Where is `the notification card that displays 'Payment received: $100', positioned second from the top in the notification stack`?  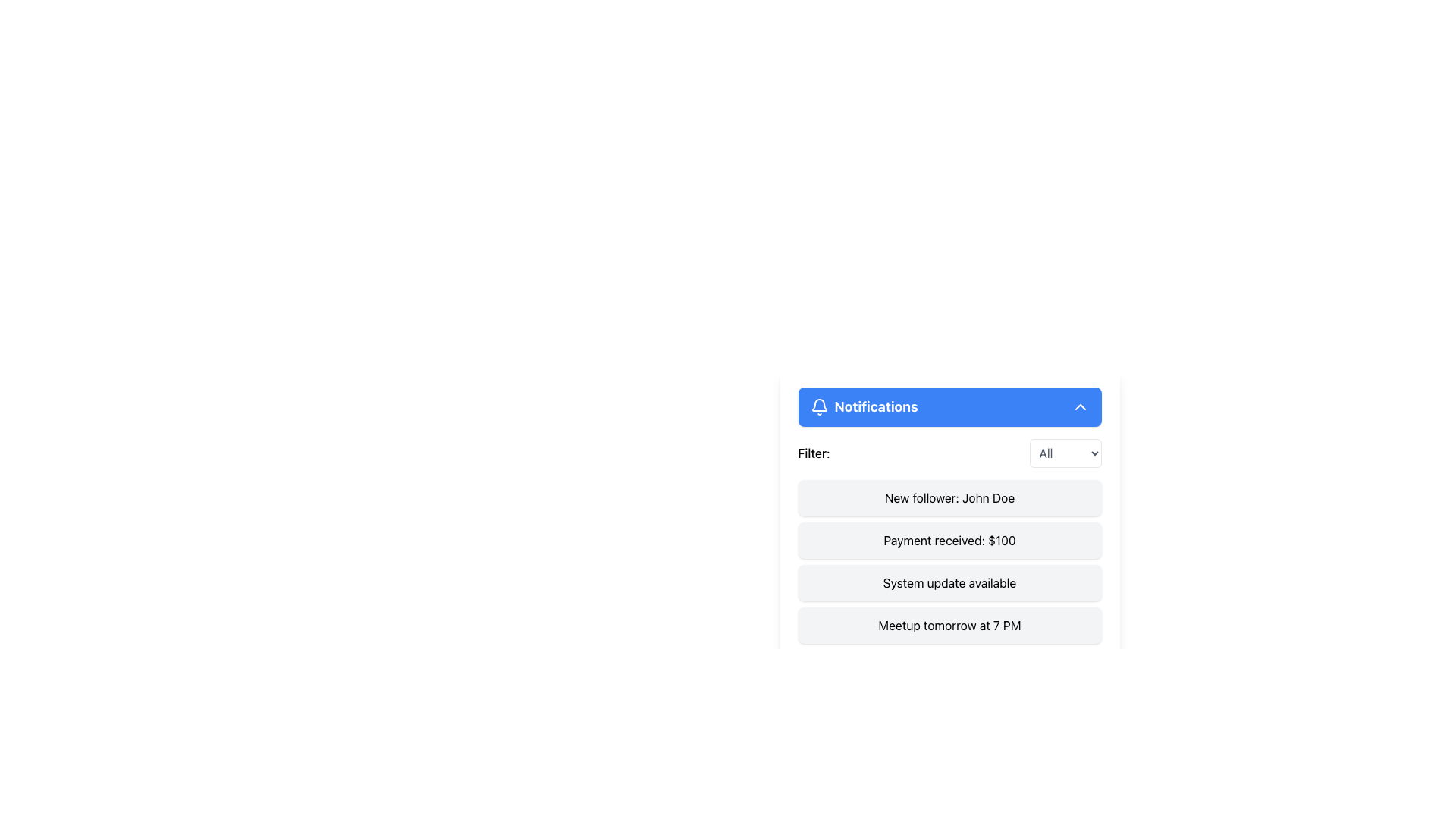
the notification card that displays 'Payment received: $100', positioned second from the top in the notification stack is located at coordinates (949, 540).